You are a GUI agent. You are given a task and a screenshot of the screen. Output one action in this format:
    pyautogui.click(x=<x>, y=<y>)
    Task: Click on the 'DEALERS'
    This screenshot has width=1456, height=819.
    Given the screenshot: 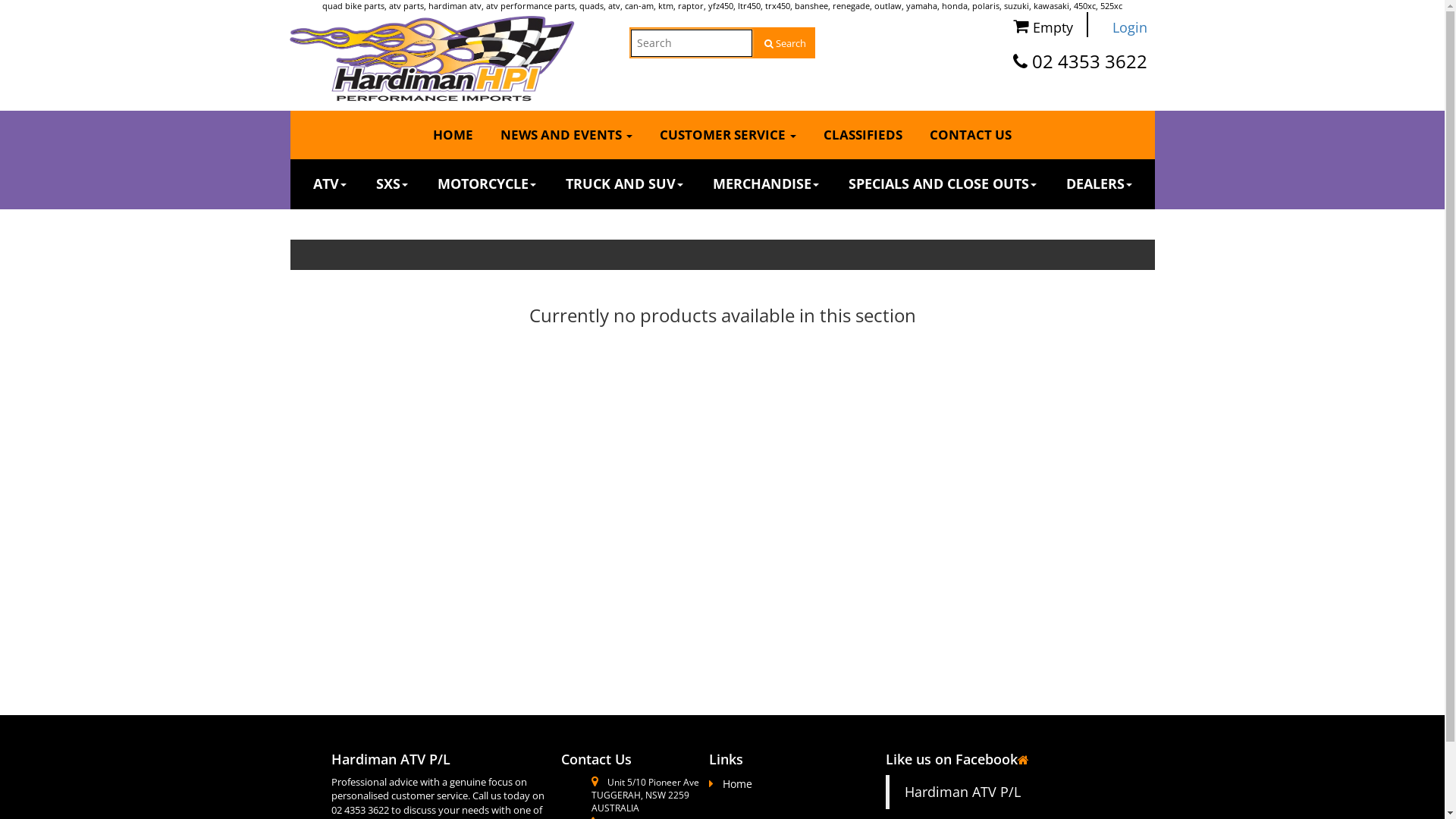 What is the action you would take?
    pyautogui.click(x=1099, y=184)
    